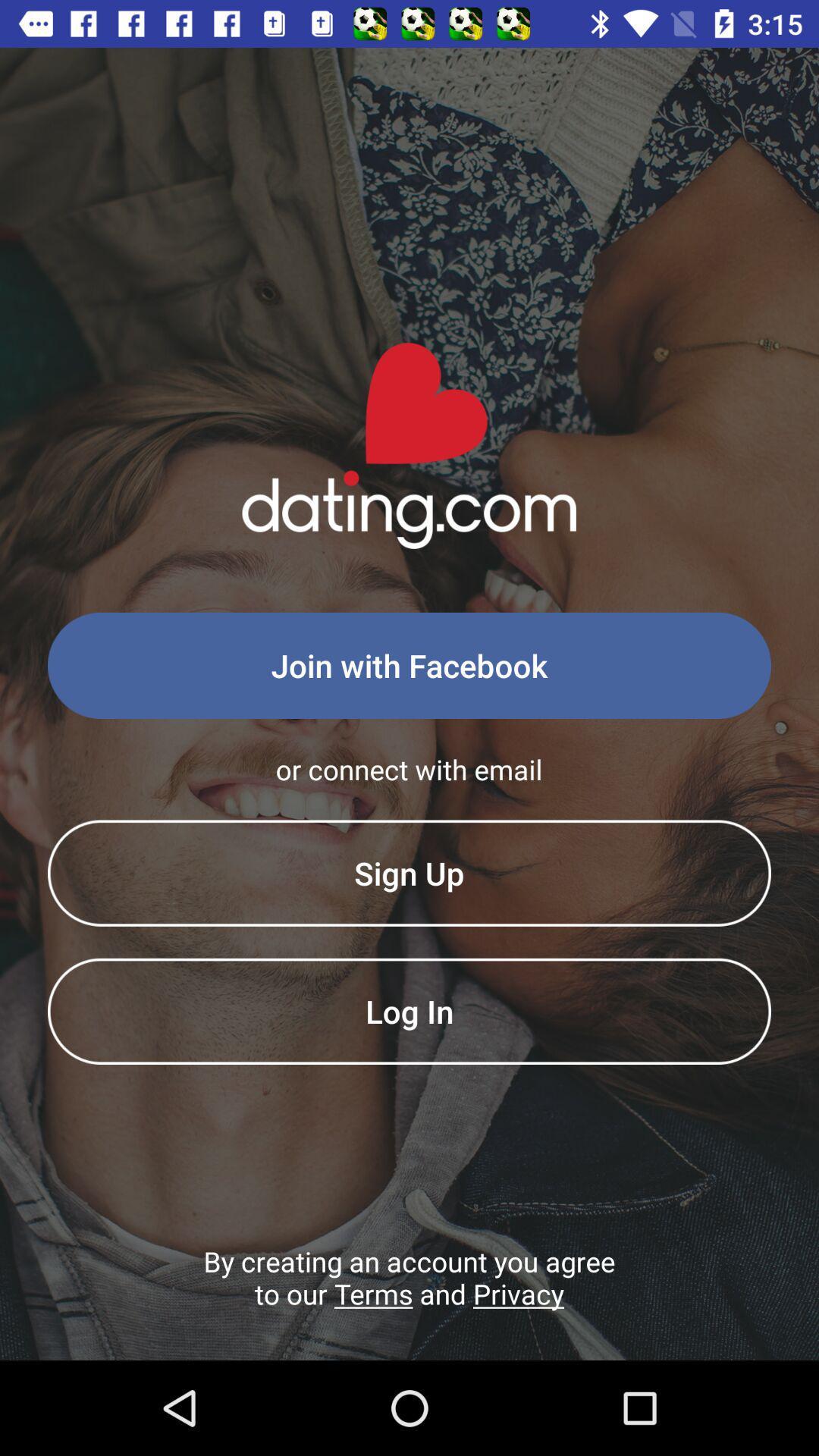  I want to click on by creating an item, so click(409, 1301).